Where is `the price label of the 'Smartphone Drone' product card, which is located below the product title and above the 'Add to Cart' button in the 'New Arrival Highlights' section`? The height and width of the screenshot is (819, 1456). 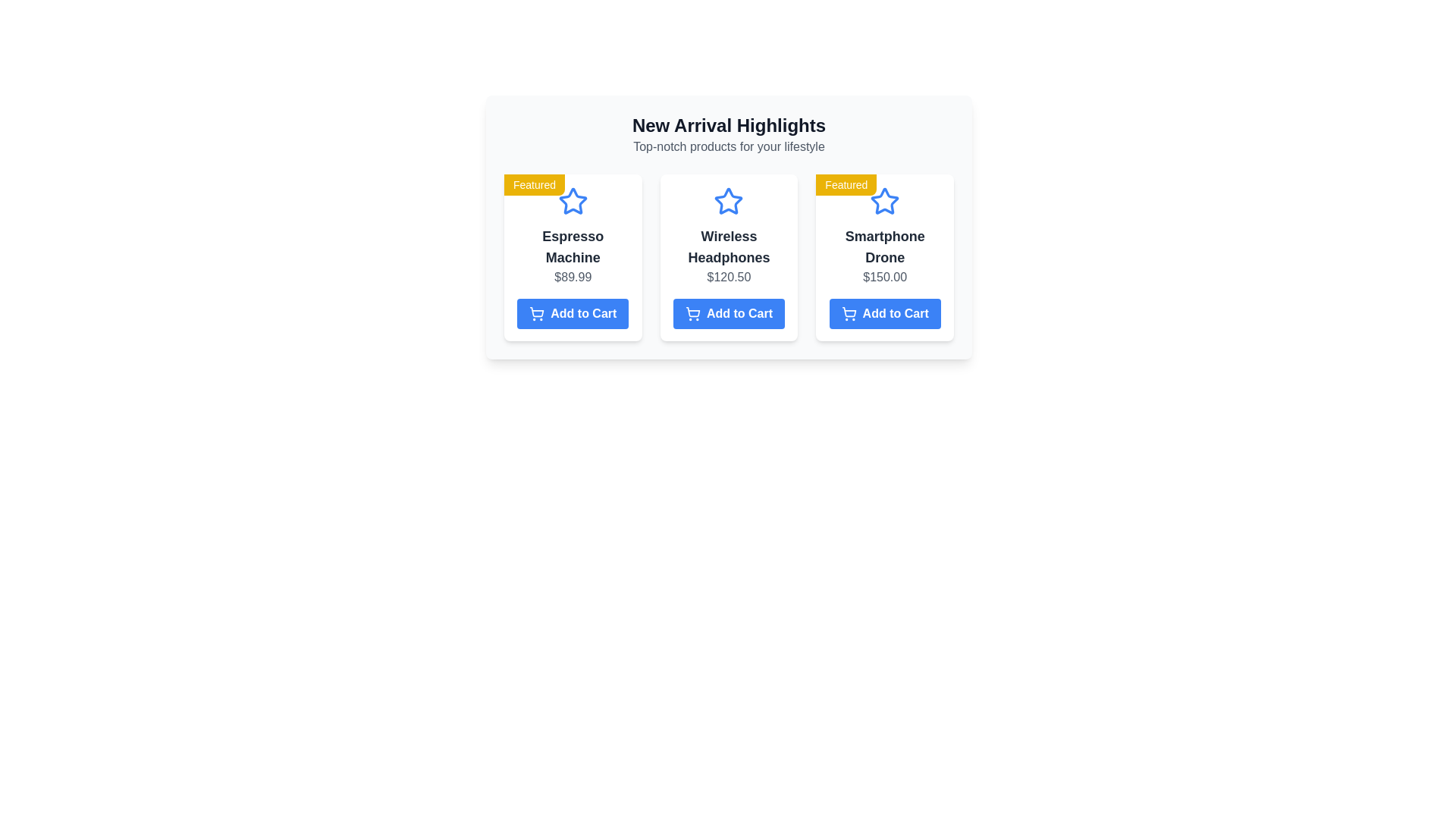 the price label of the 'Smartphone Drone' product card, which is located below the product title and above the 'Add to Cart' button in the 'New Arrival Highlights' section is located at coordinates (885, 278).